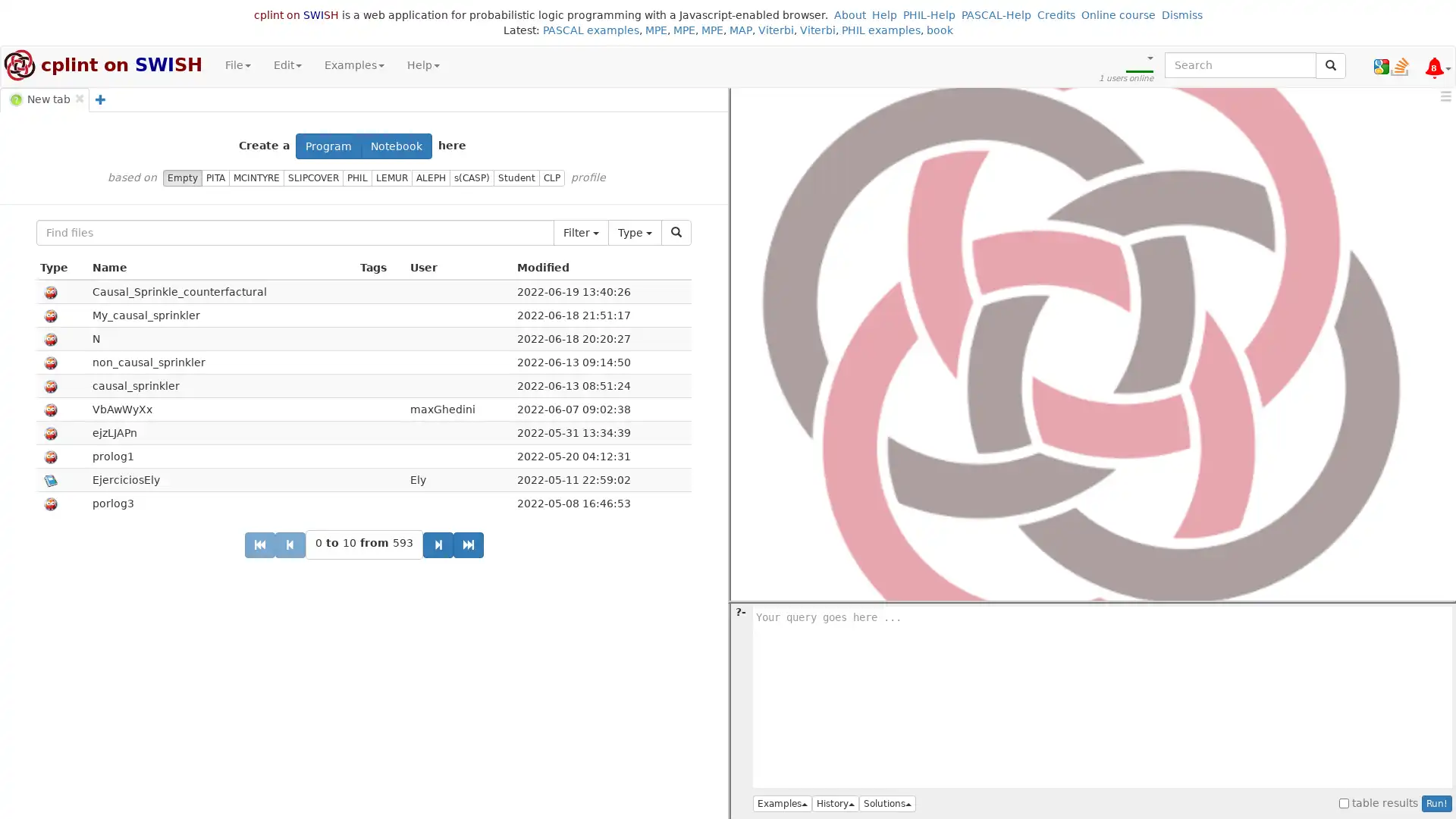 The image size is (1456, 819). What do you see at coordinates (328, 146) in the screenshot?
I see `Program` at bounding box center [328, 146].